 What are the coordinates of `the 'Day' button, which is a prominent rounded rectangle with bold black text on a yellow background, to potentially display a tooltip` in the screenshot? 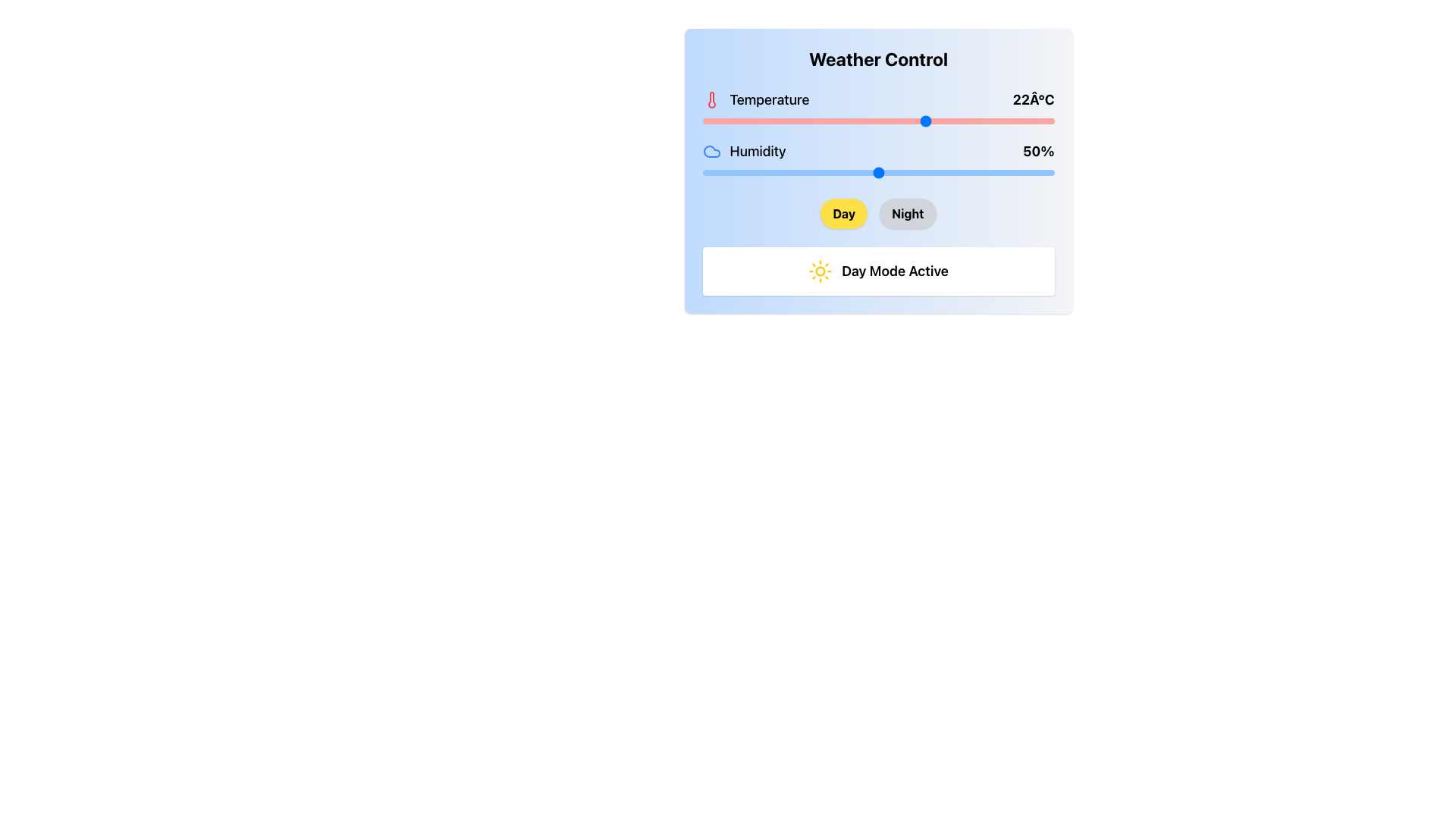 It's located at (843, 213).